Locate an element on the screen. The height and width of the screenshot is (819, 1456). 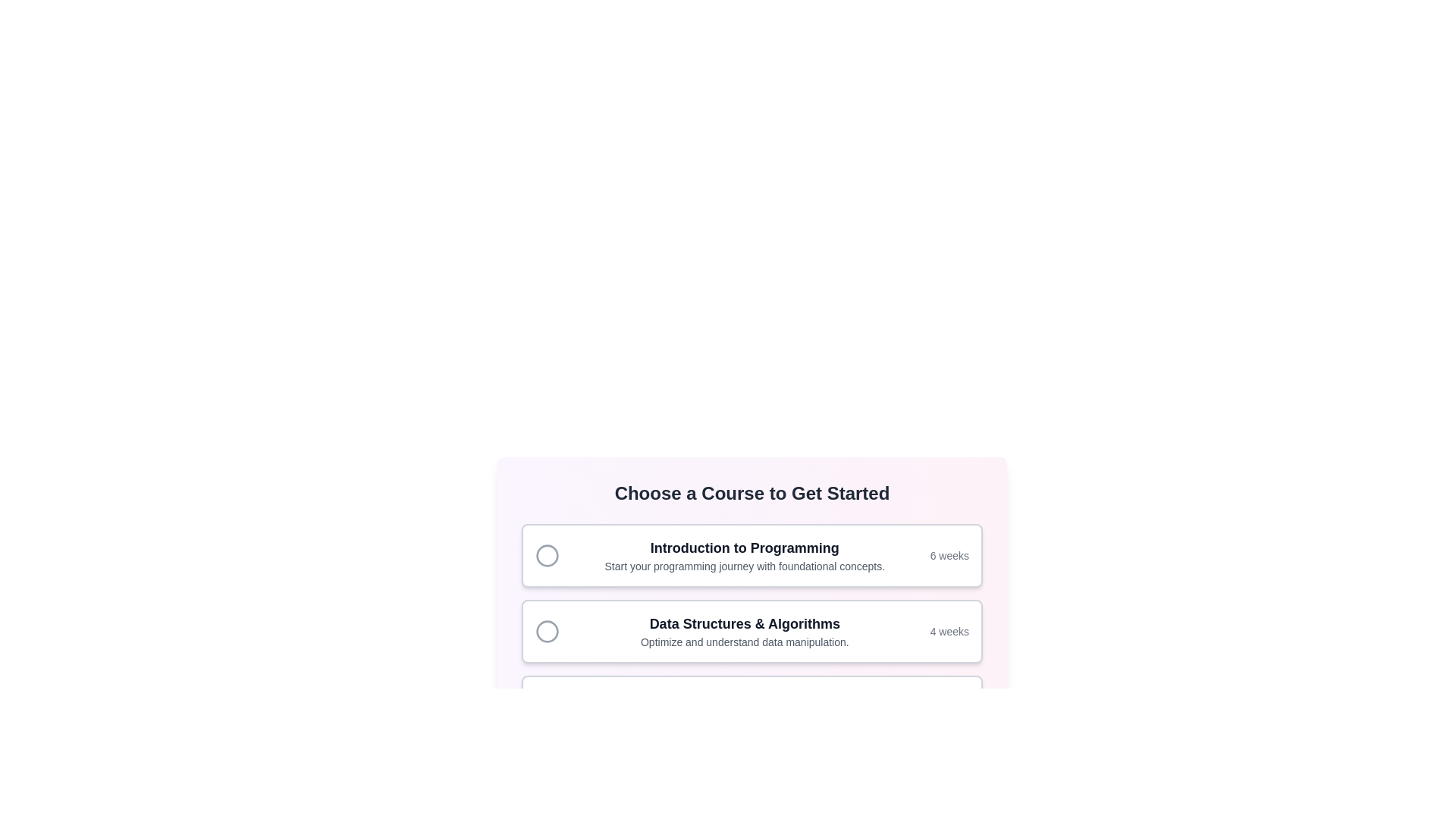
the text label that reads 'Optimize and understand data manipulation.' which is located below the header 'Data Structures & Algorithms' in the course selection card is located at coordinates (745, 642).